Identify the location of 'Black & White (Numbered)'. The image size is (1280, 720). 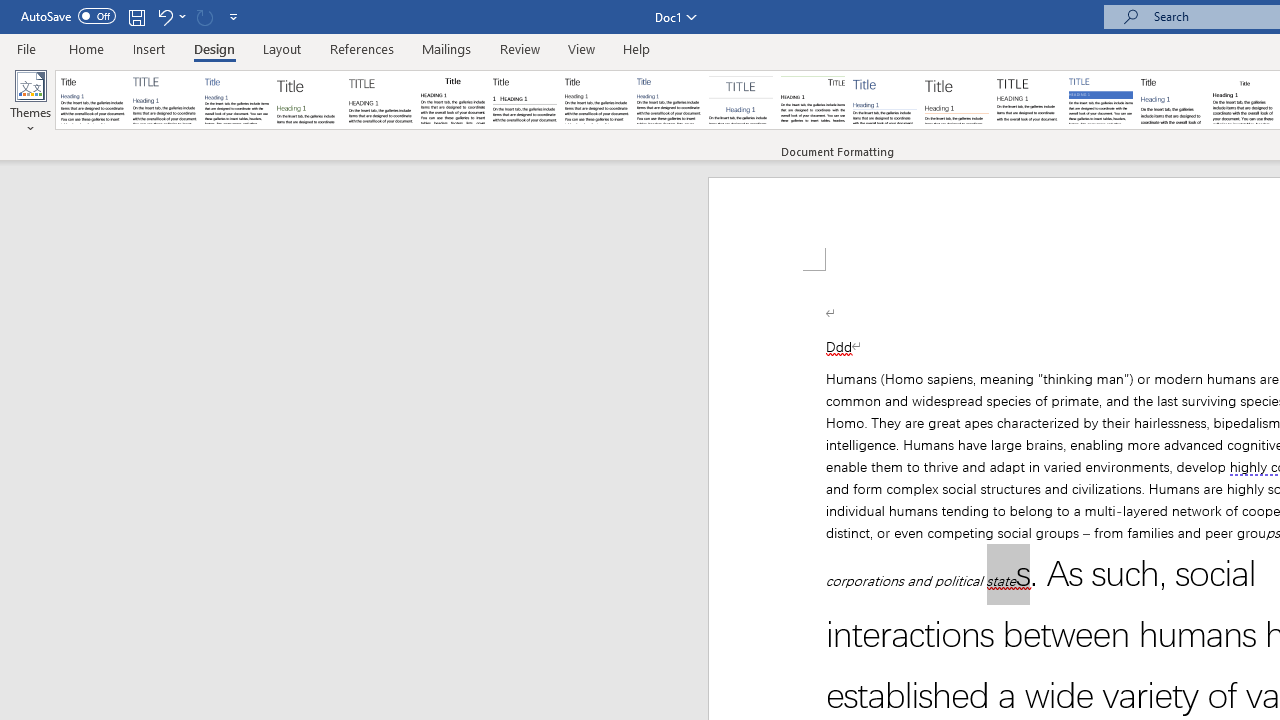
(524, 100).